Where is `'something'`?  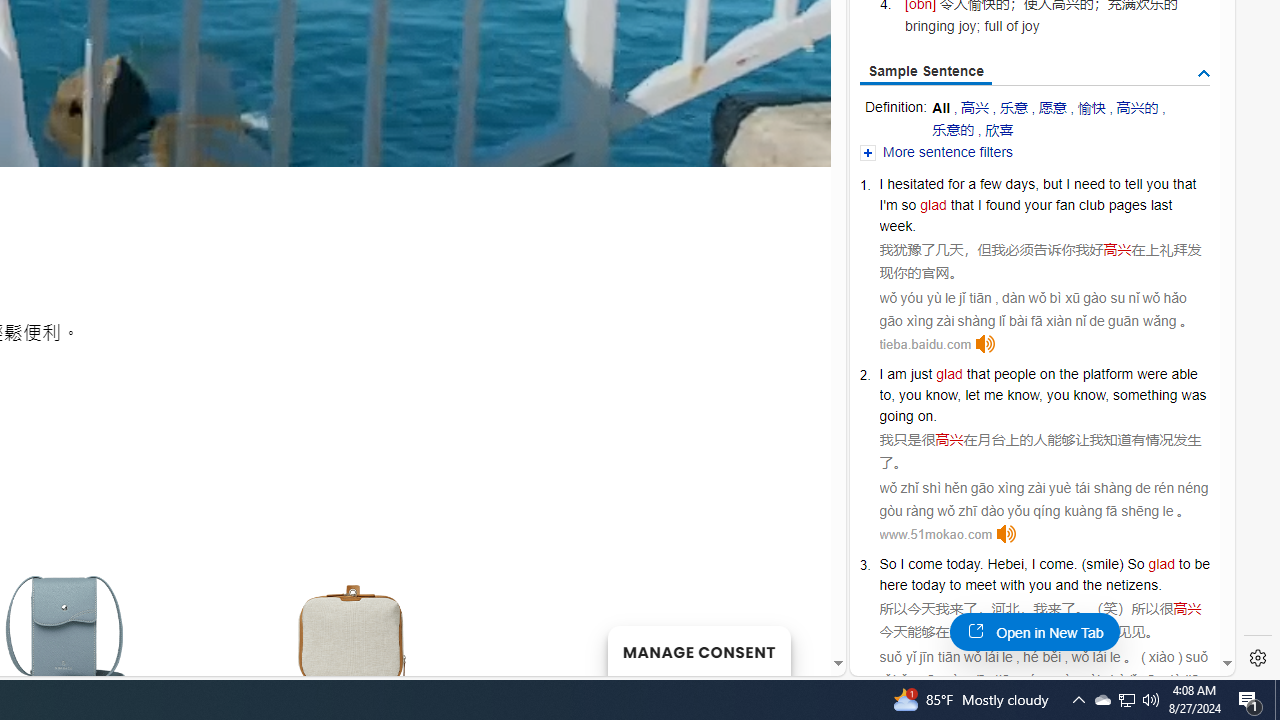
'something' is located at coordinates (1145, 395).